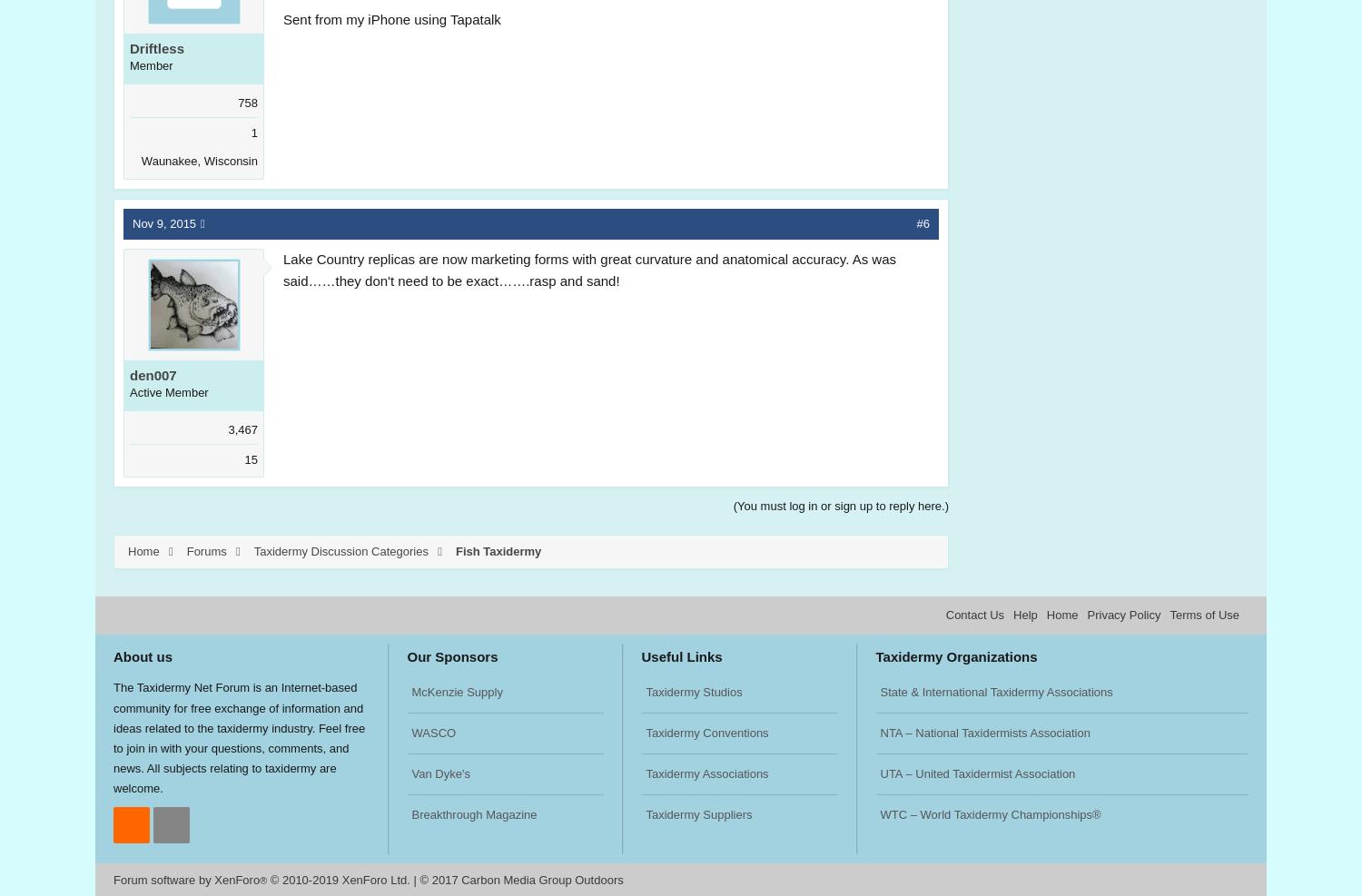  Describe the element at coordinates (1203, 615) in the screenshot. I see `'Terms of Use'` at that location.